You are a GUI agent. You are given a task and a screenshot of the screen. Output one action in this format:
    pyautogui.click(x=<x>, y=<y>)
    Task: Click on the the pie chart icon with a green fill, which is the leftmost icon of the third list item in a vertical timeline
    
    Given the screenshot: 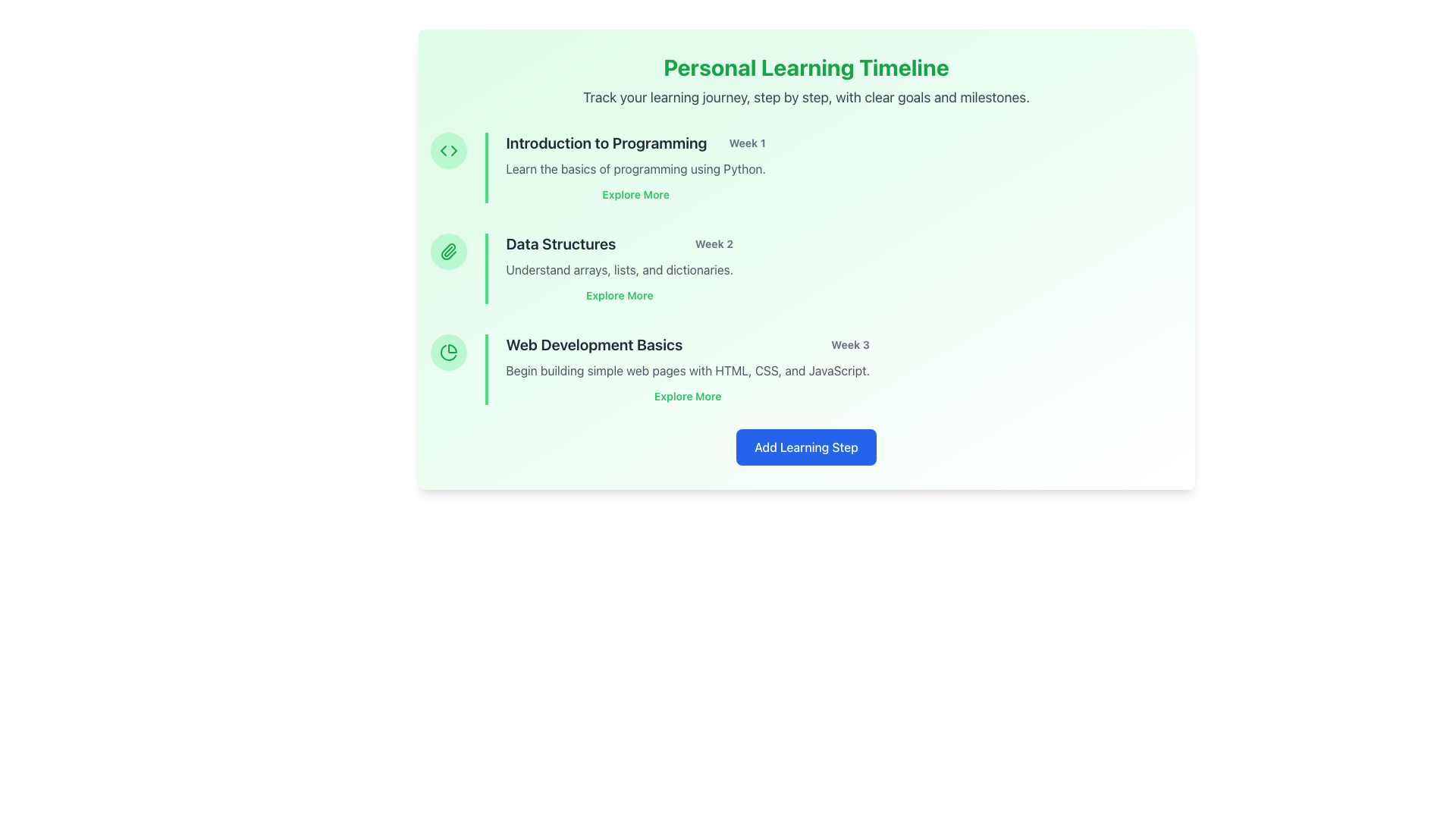 What is the action you would take?
    pyautogui.click(x=451, y=348)
    